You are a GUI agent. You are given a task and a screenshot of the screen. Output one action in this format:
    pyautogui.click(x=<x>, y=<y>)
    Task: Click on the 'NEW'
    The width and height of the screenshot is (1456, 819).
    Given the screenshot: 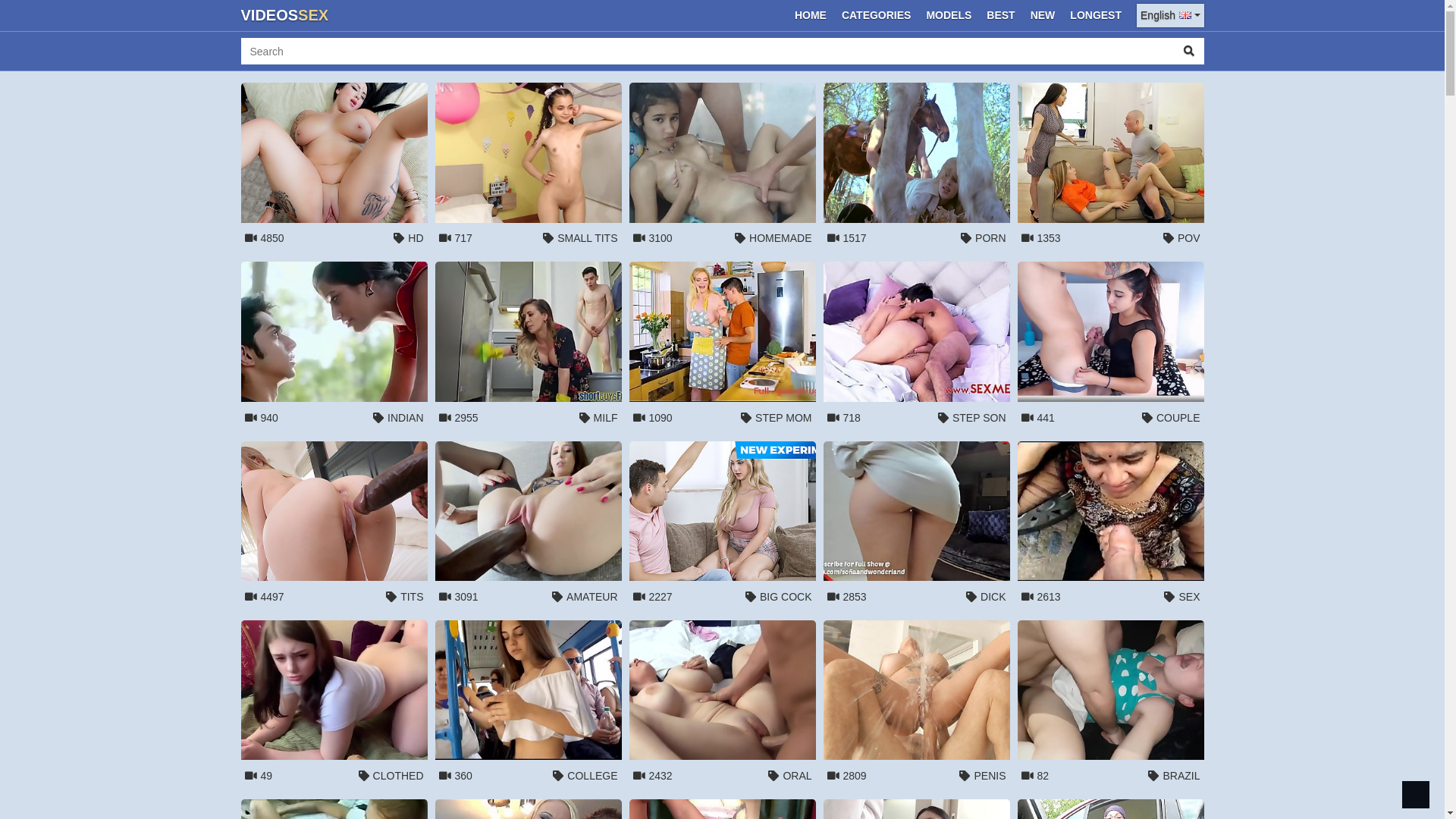 What is the action you would take?
    pyautogui.click(x=1042, y=15)
    